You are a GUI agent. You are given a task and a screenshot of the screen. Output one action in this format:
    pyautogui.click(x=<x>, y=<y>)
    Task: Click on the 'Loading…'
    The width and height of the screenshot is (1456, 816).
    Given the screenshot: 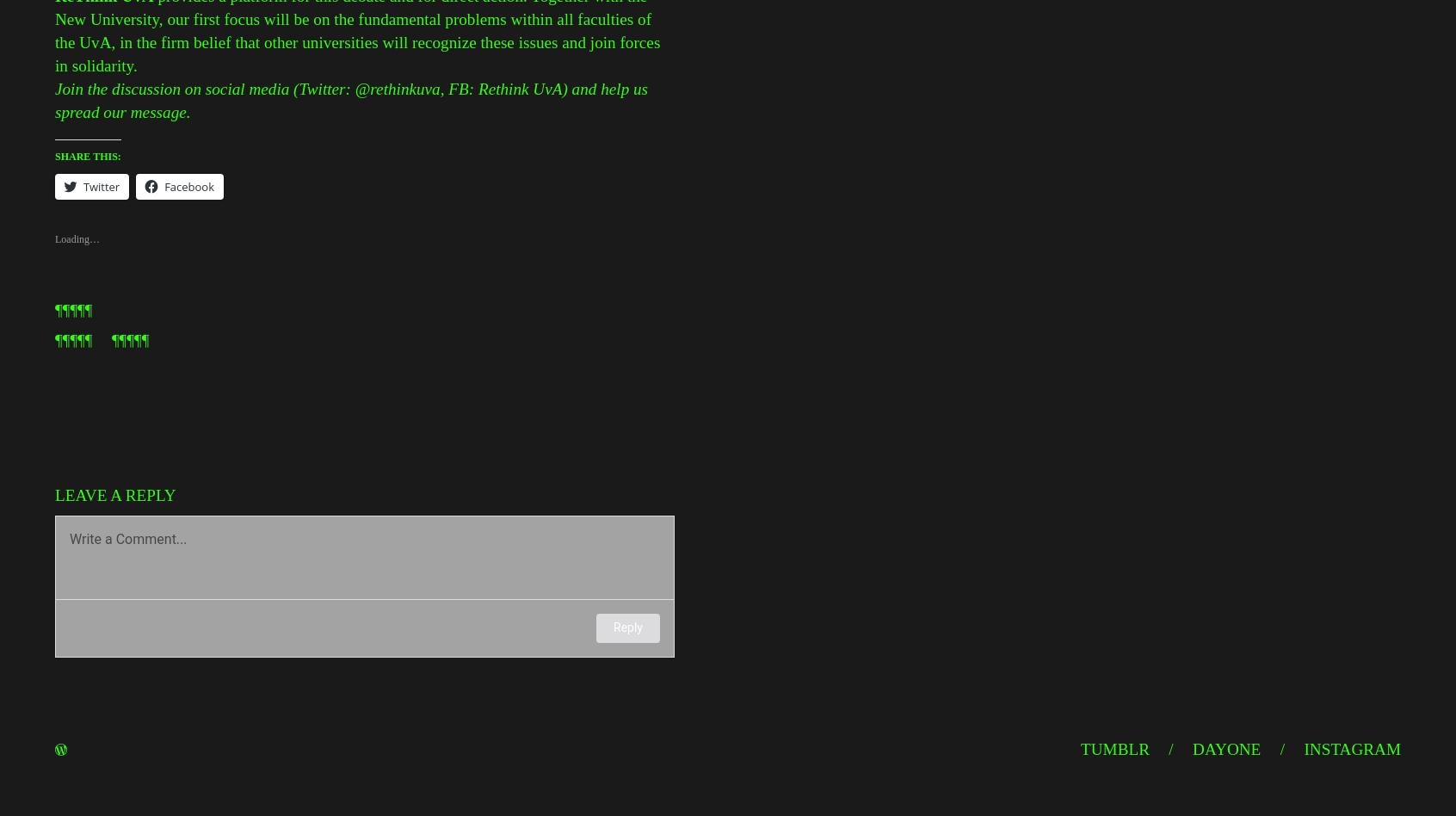 What is the action you would take?
    pyautogui.click(x=77, y=238)
    